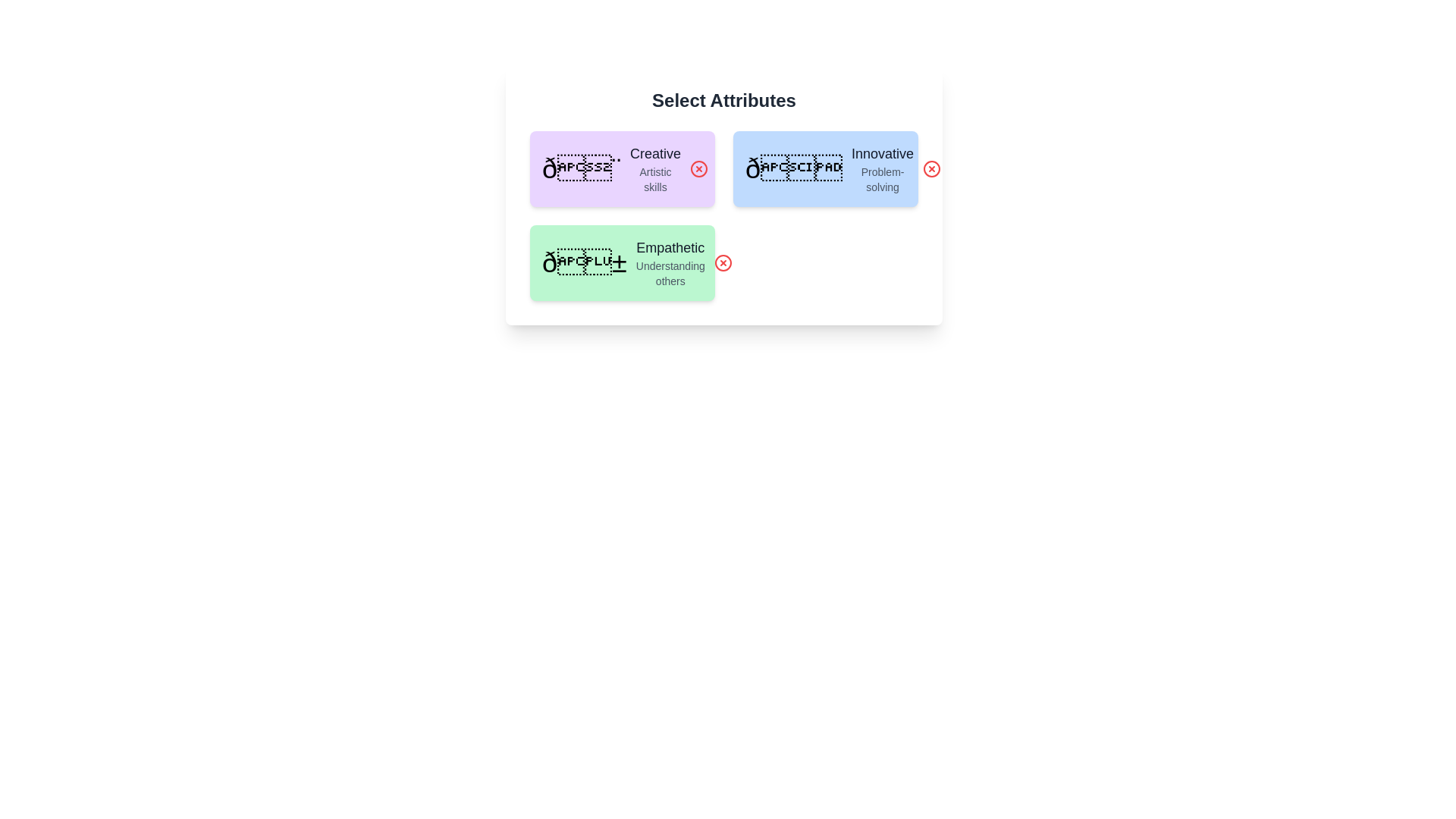  Describe the element at coordinates (698, 169) in the screenshot. I see `remove button for the attribute labeled Creative` at that location.